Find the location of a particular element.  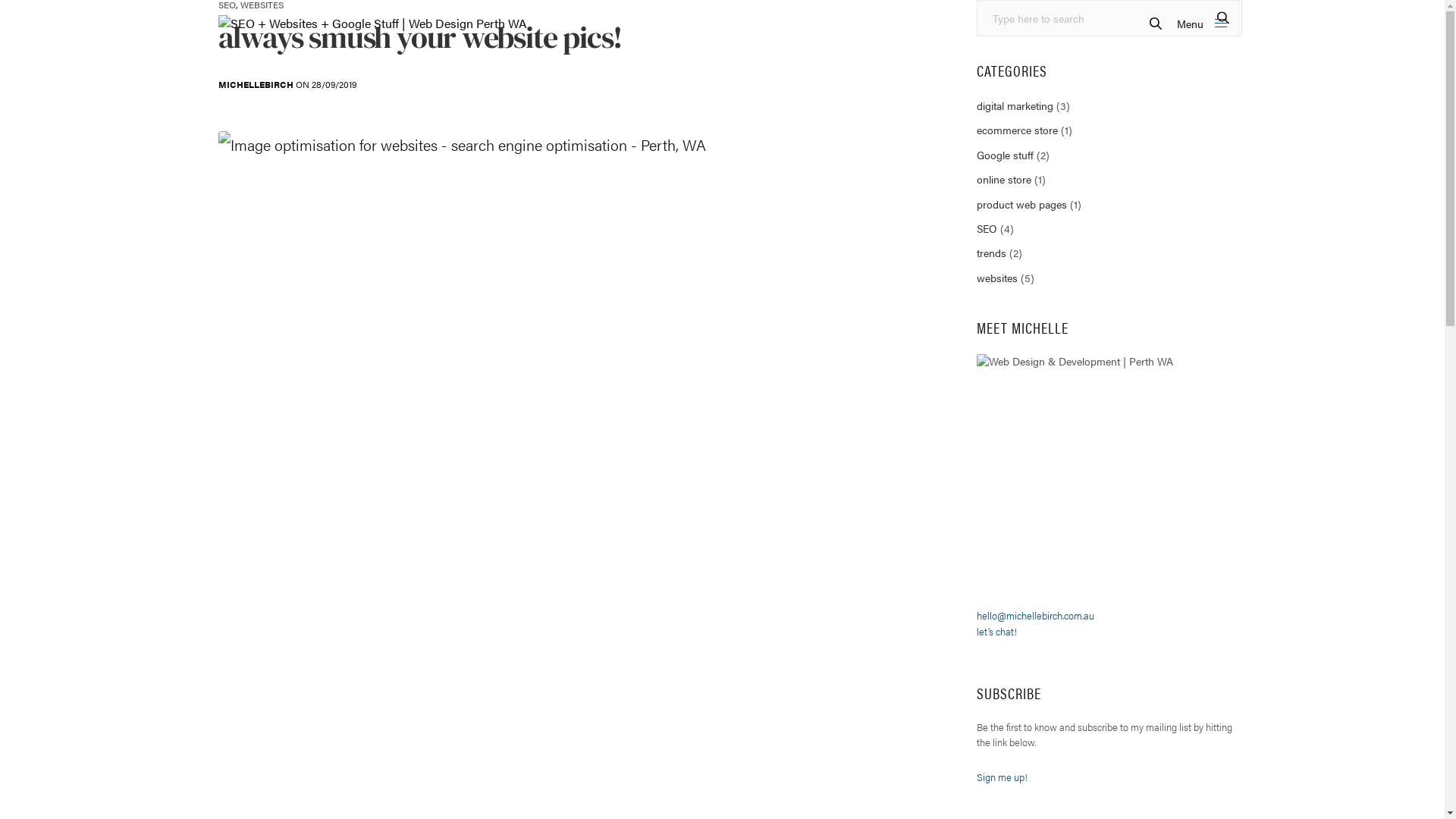

'digital marketing' is located at coordinates (1015, 104).